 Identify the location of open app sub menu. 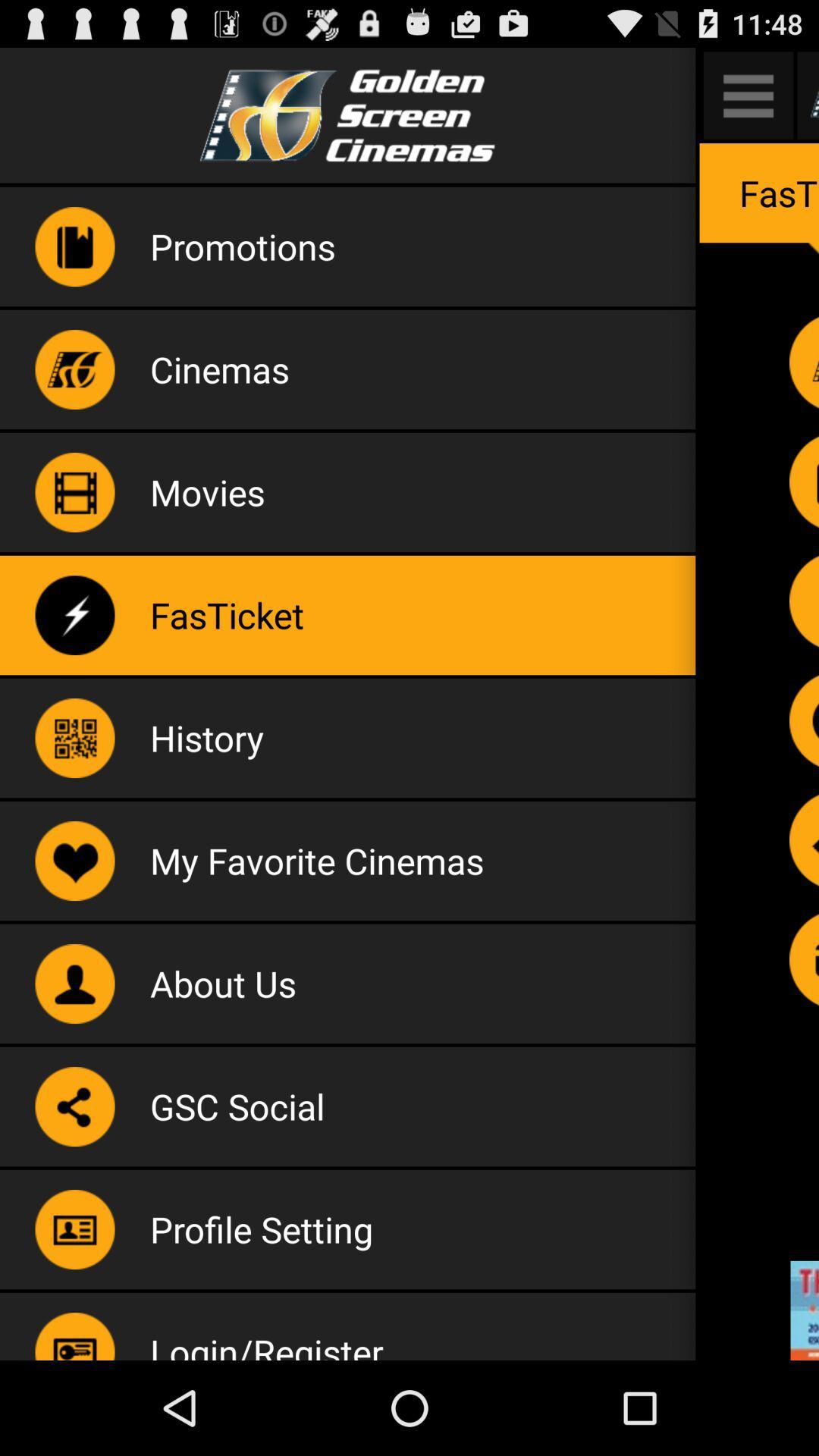
(748, 94).